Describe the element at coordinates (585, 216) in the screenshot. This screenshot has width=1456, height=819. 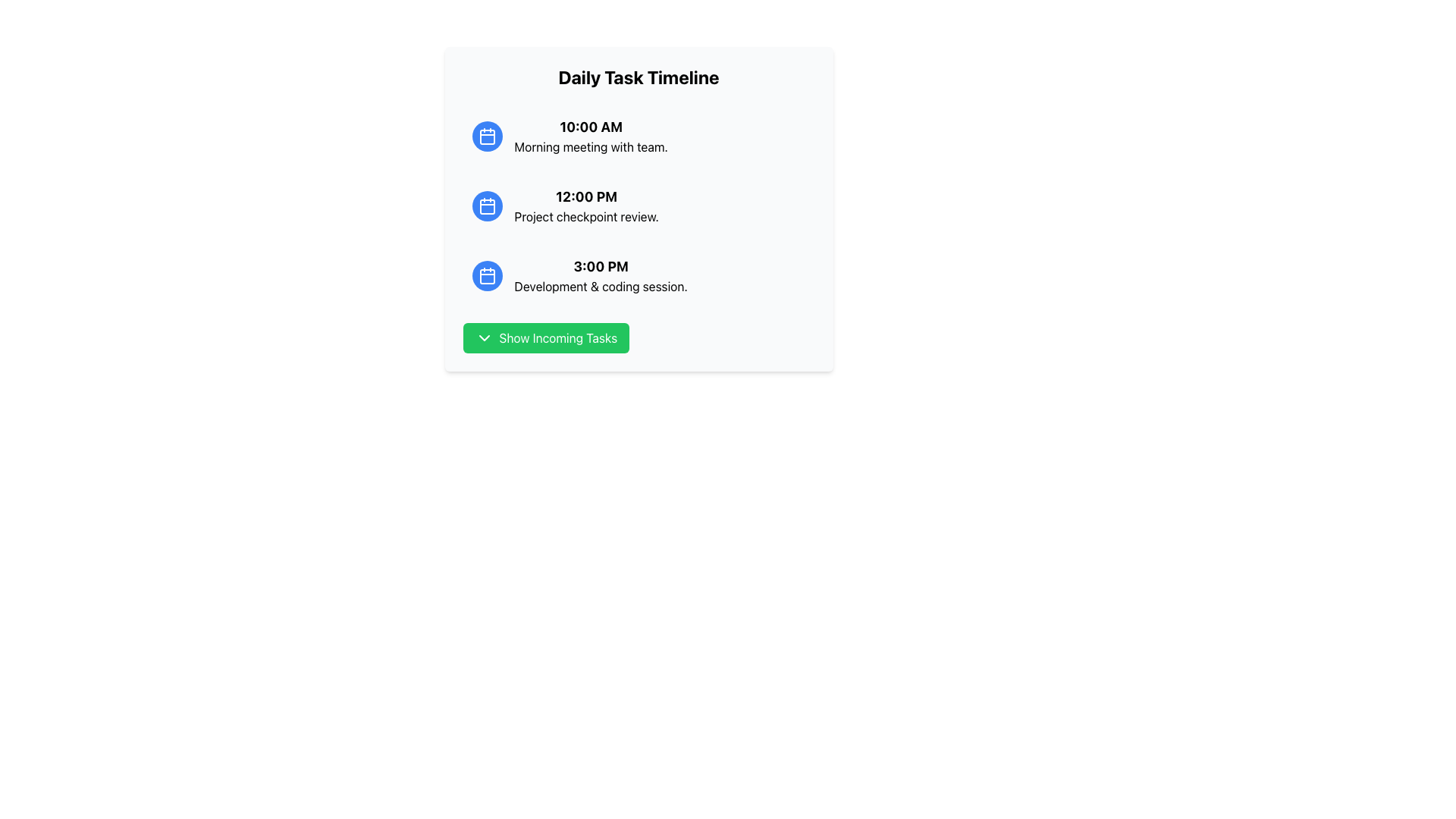
I see `the text label displaying 'Project checkpoint review.' which is located below the time label '12:00 PM' in the schedule list` at that location.